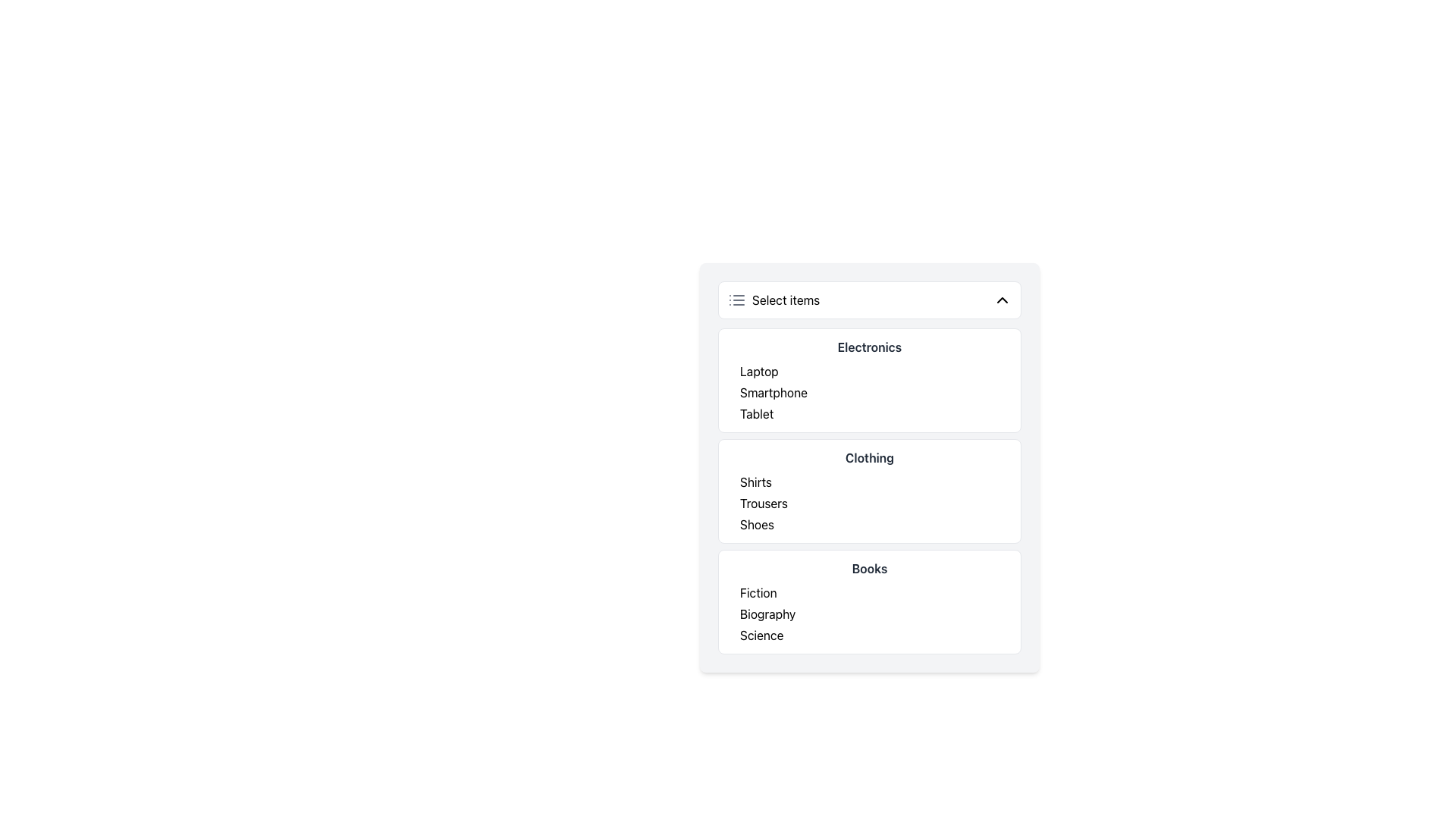 This screenshot has width=1456, height=819. I want to click on the list icon located in the upper left corner of the header bar, which consists of three horizontal lines and is positioned to the left of the 'Select items' text, so click(736, 300).